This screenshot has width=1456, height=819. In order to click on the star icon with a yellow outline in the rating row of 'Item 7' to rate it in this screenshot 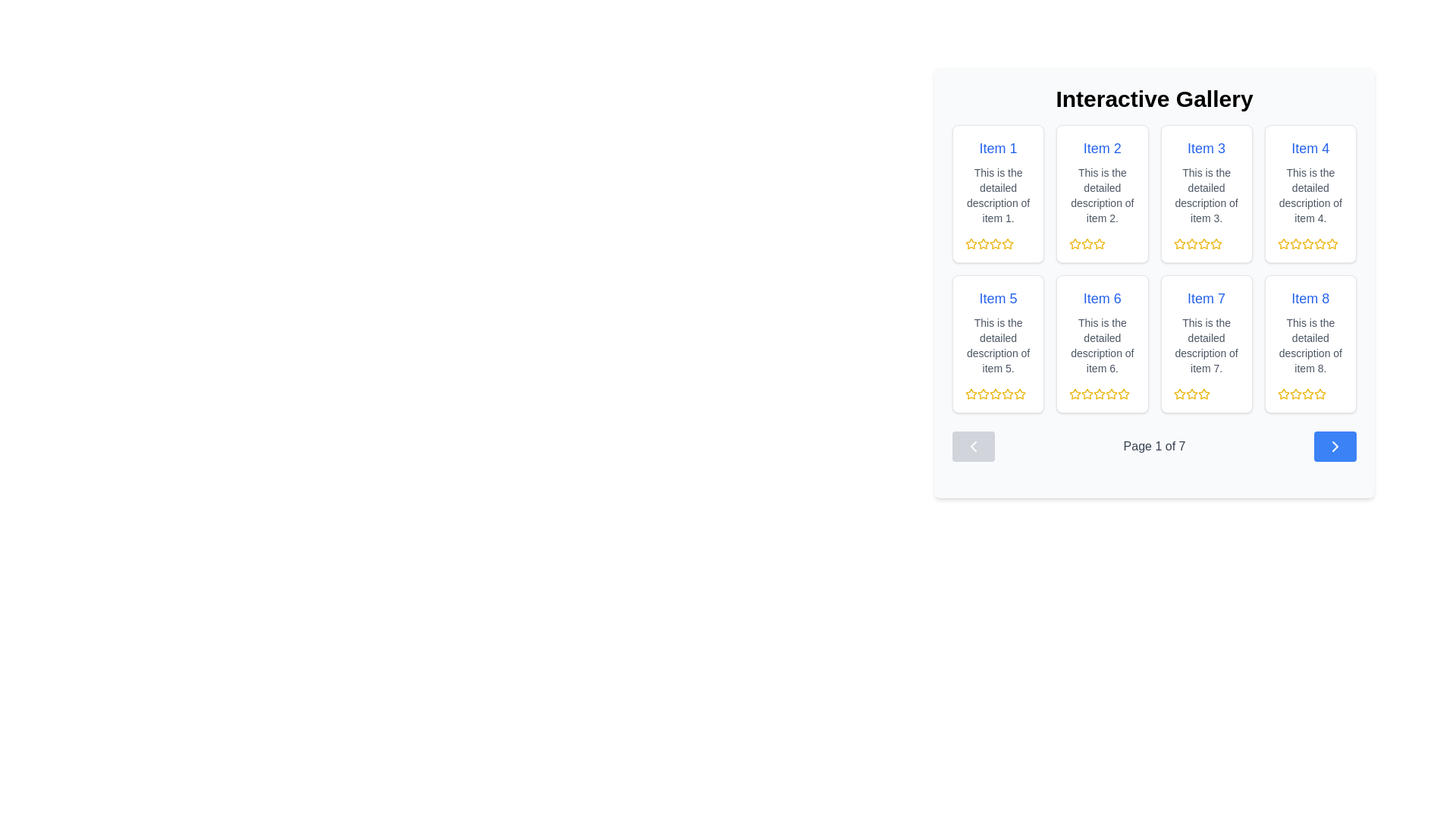, I will do `click(1178, 393)`.